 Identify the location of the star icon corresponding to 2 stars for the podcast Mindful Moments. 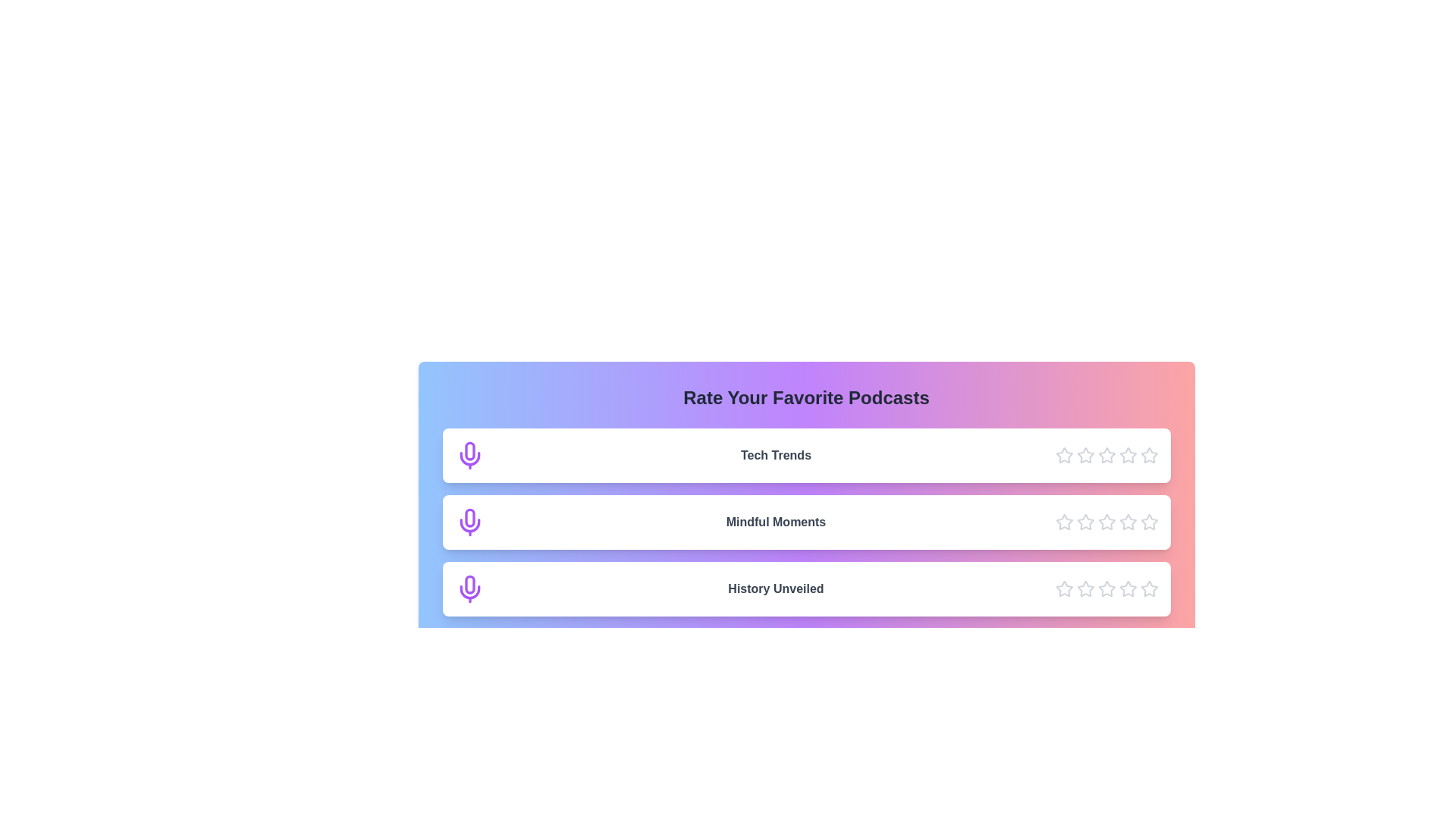
(1084, 522).